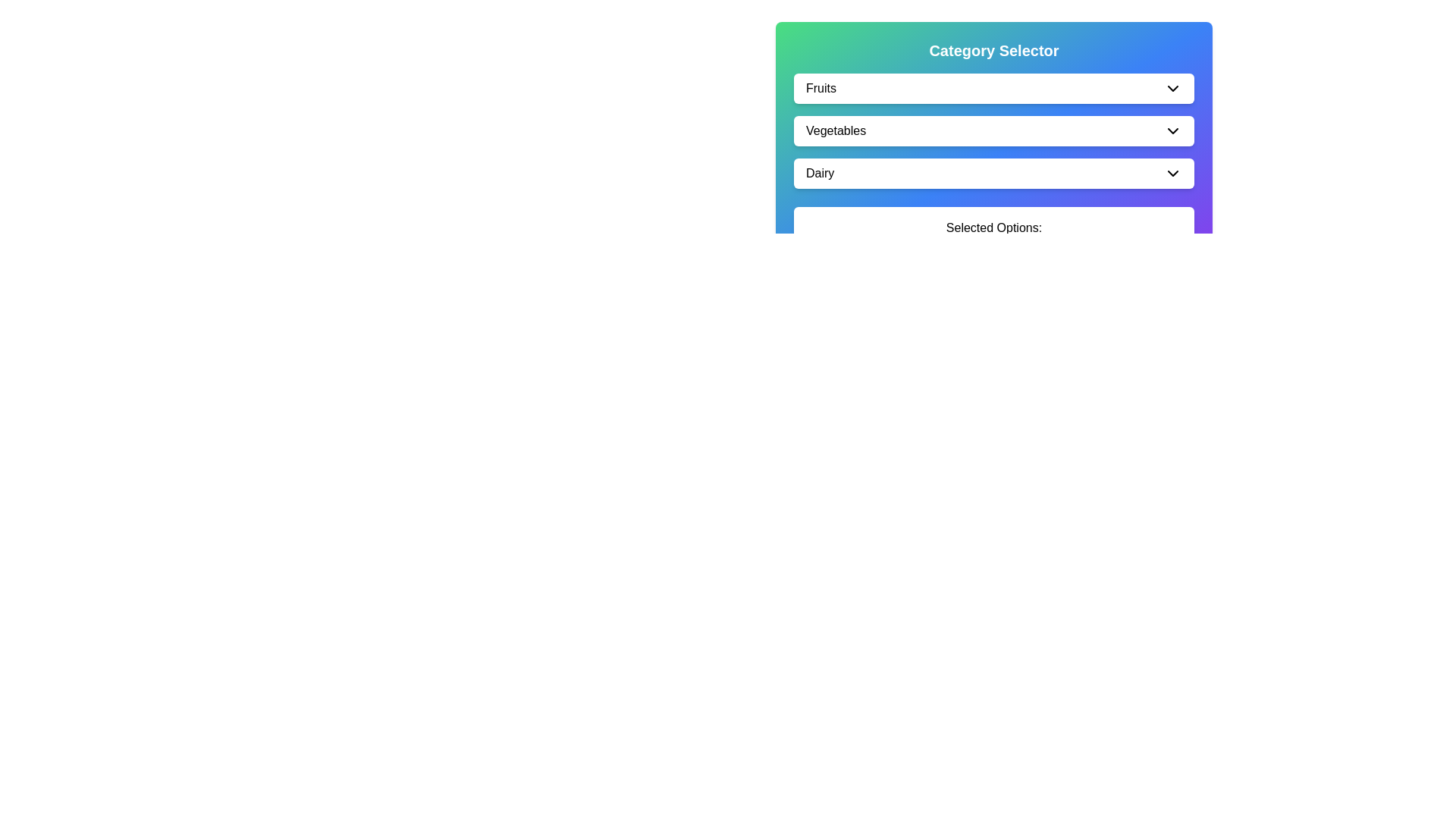 Image resolution: width=1456 pixels, height=819 pixels. I want to click on the 'Fruits' dropdown menu located at the top of the list in the 'Category Selector', so click(993, 88).